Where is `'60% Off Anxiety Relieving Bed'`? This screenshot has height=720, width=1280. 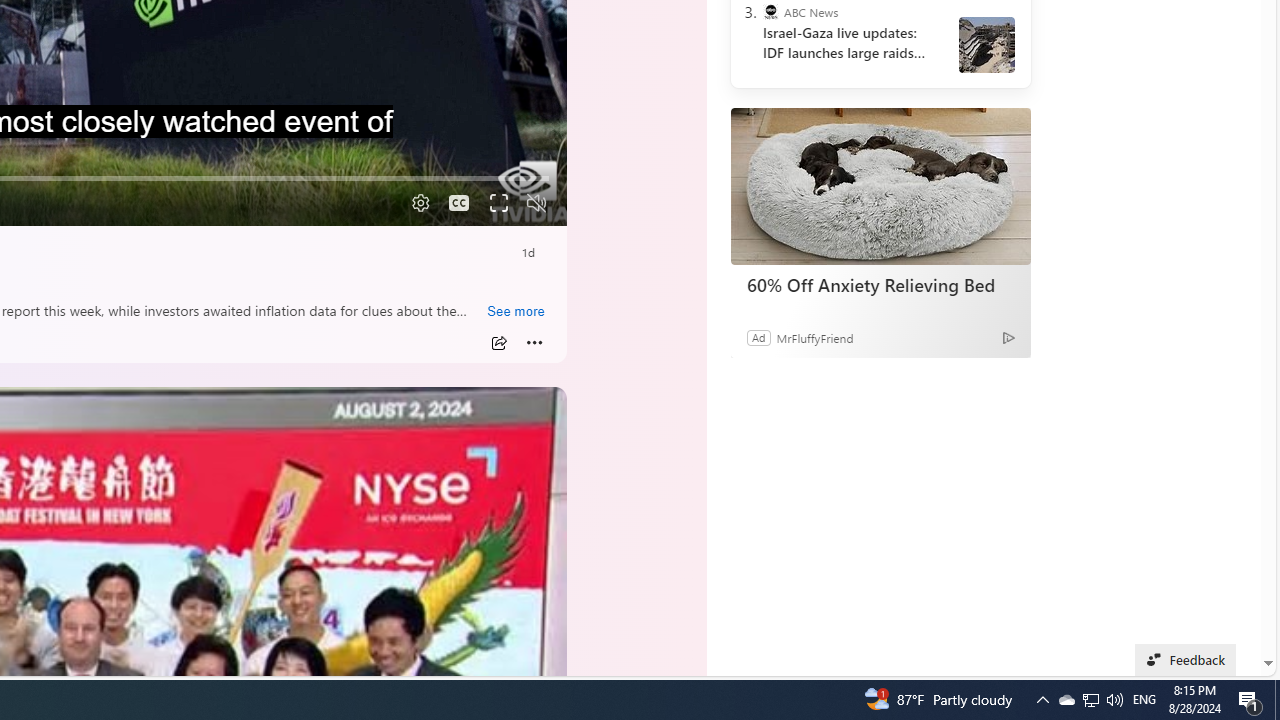 '60% Off Anxiety Relieving Bed' is located at coordinates (880, 186).